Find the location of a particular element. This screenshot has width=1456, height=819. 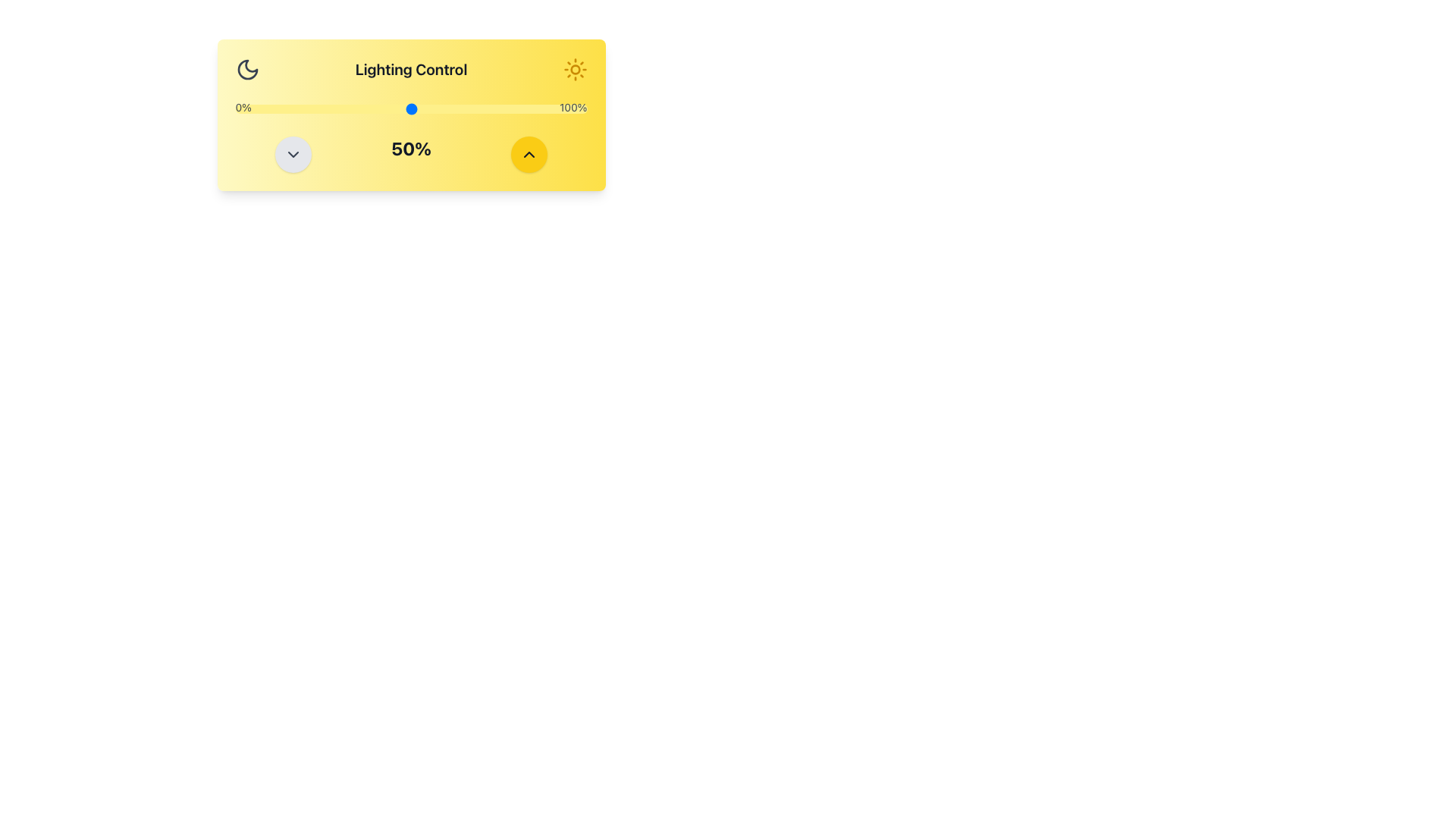

the blue handle of the slider is located at coordinates (411, 108).